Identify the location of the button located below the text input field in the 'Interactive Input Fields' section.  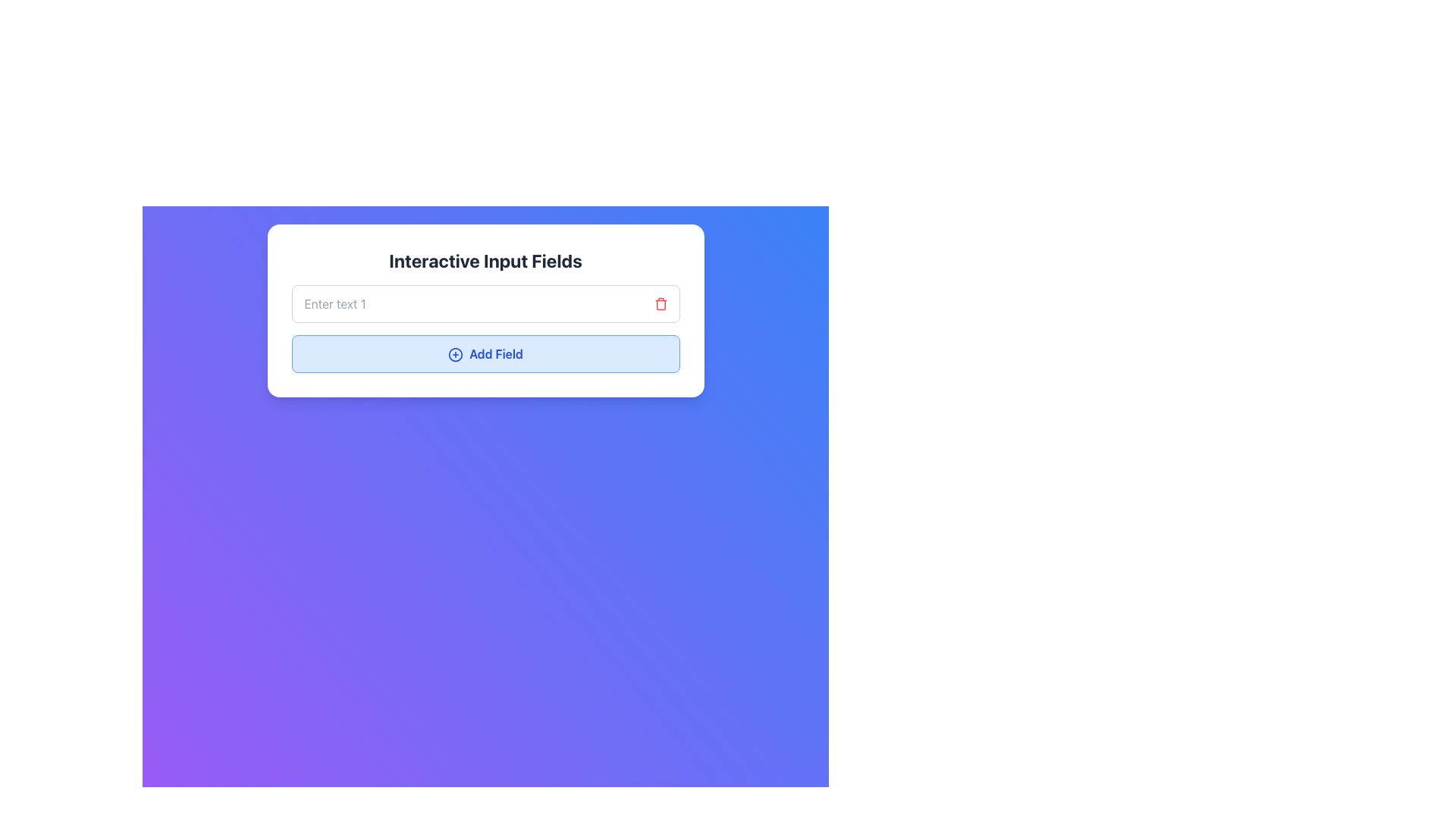
(485, 328).